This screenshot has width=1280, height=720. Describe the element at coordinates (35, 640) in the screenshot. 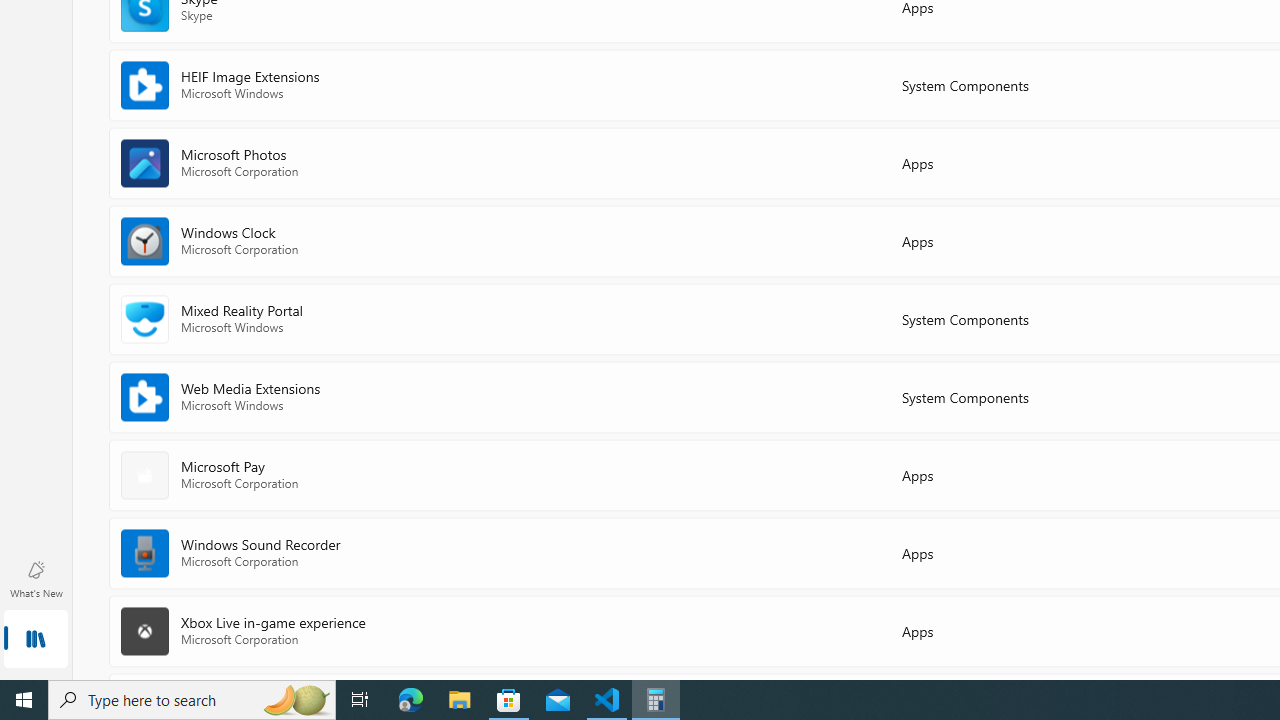

I see `'Library'` at that location.